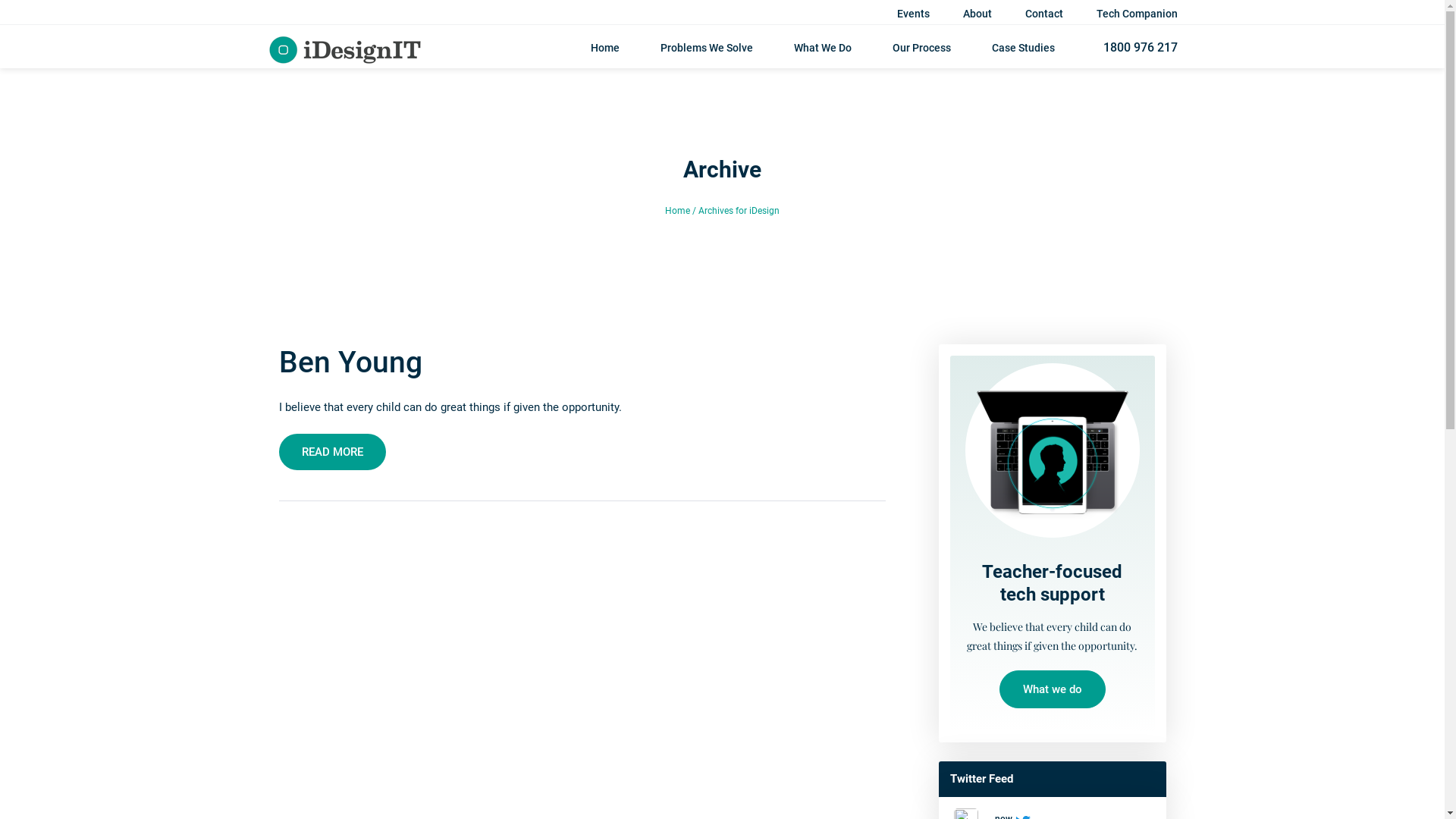 The width and height of the screenshot is (1456, 819). What do you see at coordinates (1051, 689) in the screenshot?
I see `'What we do'` at bounding box center [1051, 689].